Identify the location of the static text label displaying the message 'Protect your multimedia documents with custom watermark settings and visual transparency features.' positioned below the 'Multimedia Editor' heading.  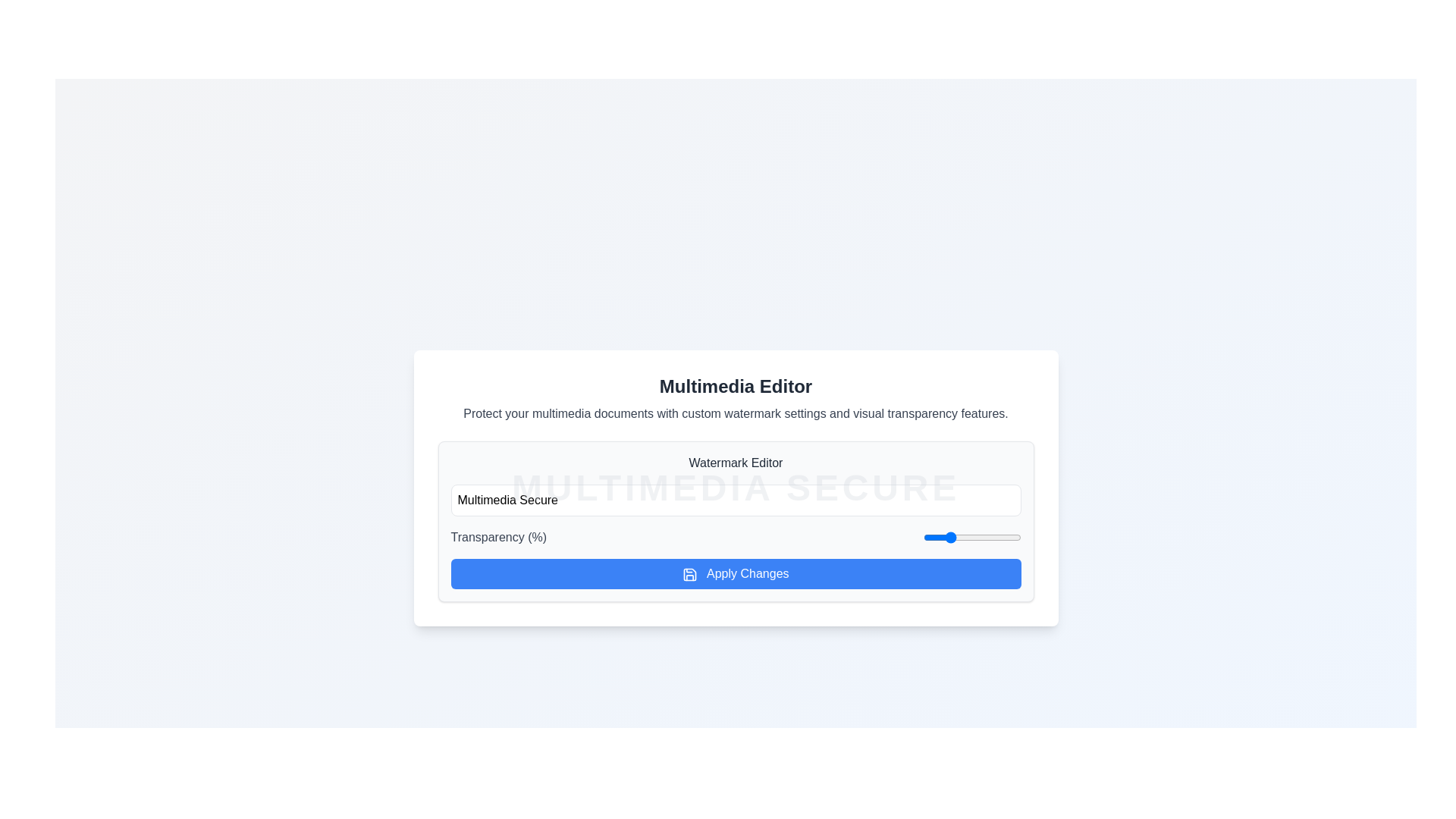
(736, 414).